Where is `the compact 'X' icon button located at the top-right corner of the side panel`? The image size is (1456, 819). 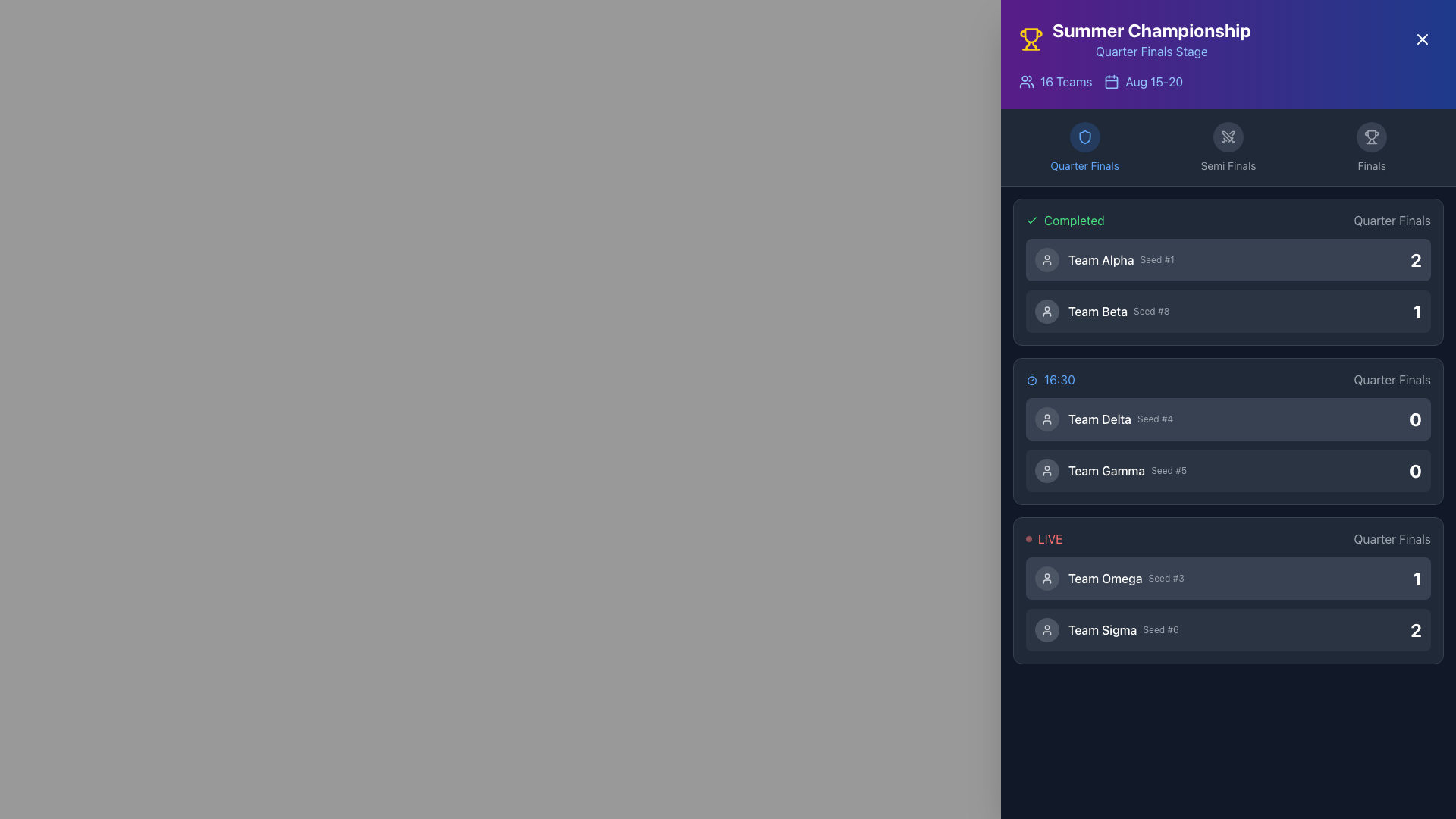
the compact 'X' icon button located at the top-right corner of the side panel is located at coordinates (1422, 38).